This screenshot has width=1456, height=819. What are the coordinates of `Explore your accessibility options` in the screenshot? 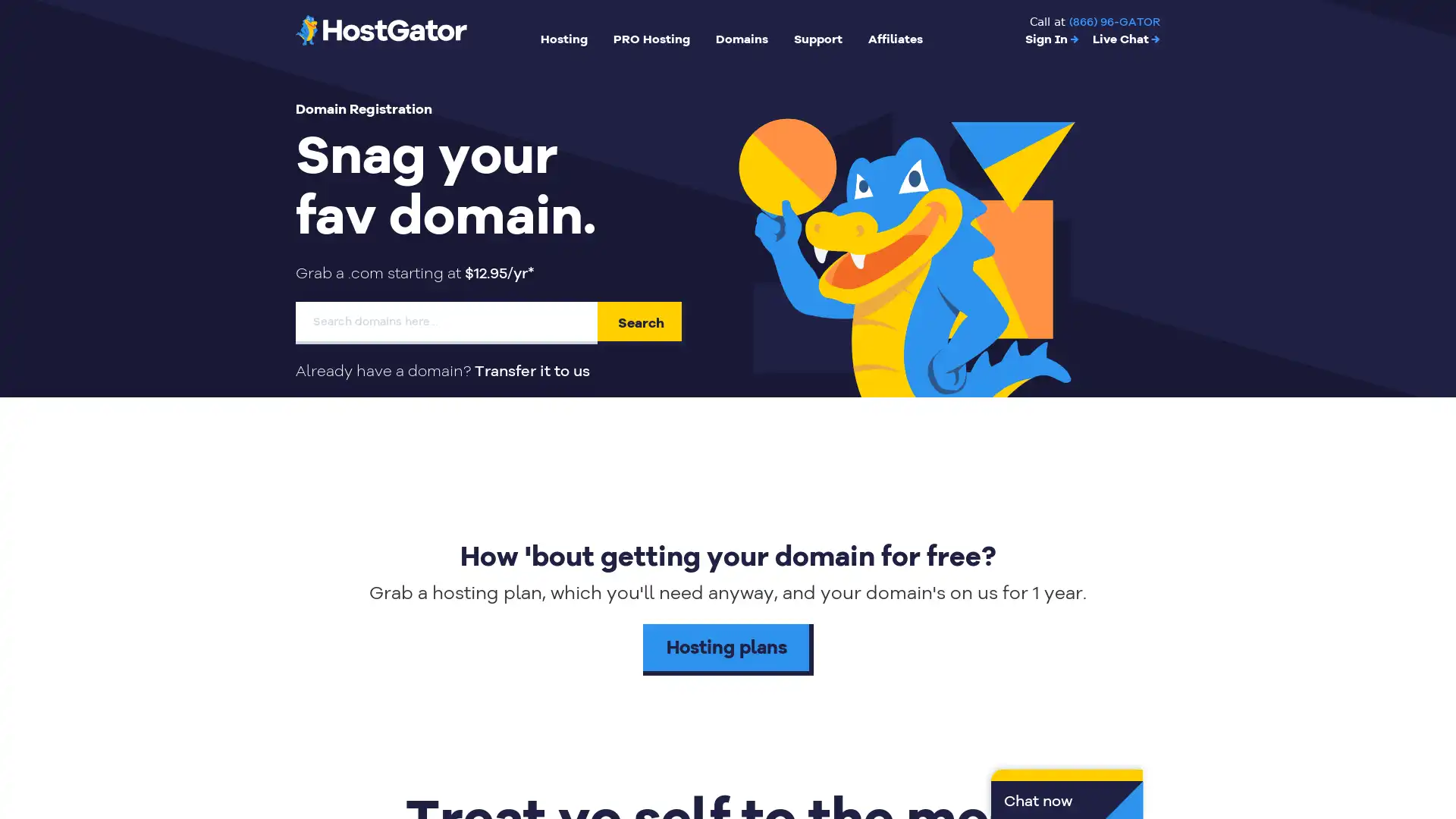 It's located at (1430, 742).